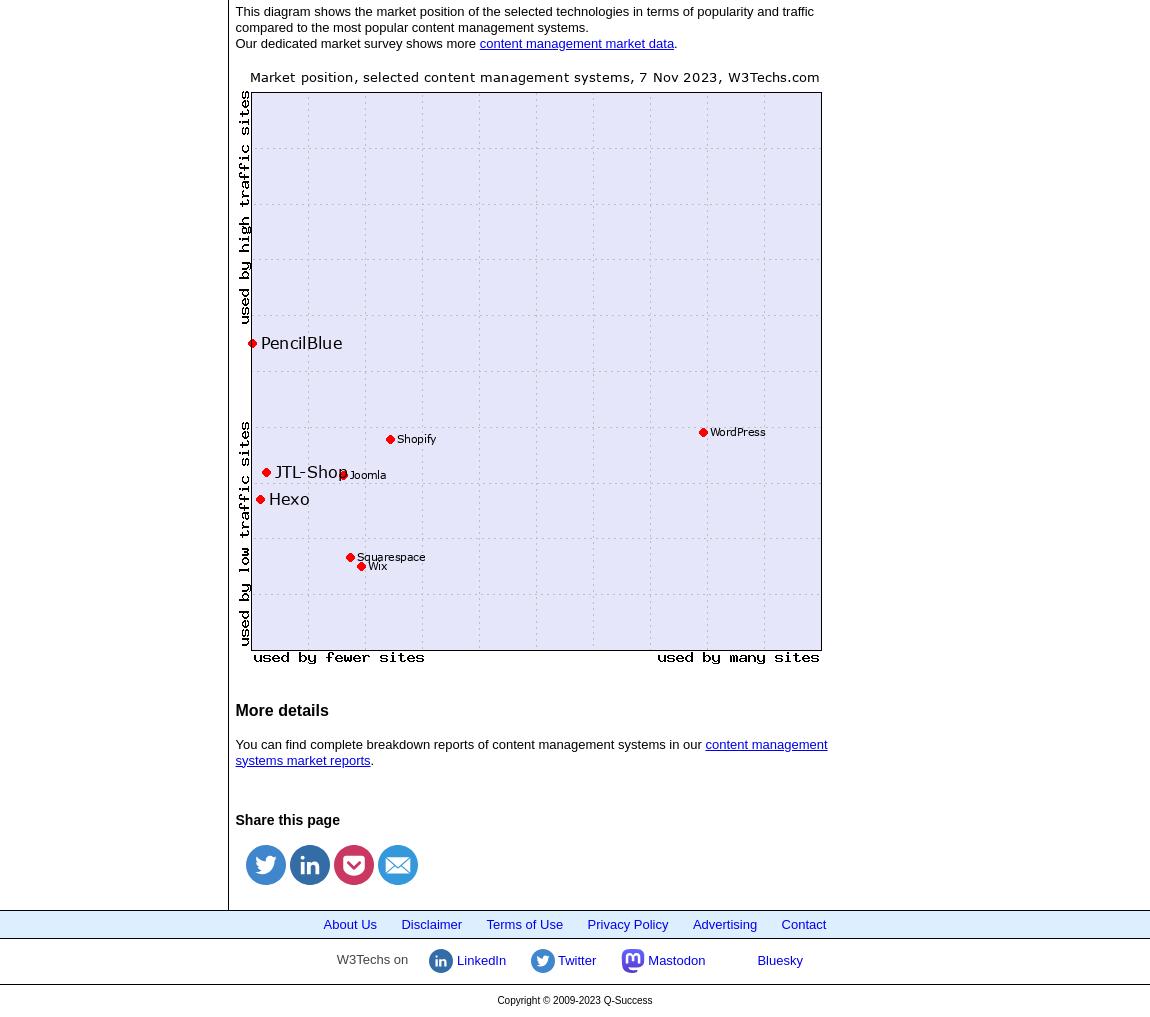 The width and height of the screenshot is (1150, 1017). What do you see at coordinates (431, 922) in the screenshot?
I see `'Disclaimer'` at bounding box center [431, 922].